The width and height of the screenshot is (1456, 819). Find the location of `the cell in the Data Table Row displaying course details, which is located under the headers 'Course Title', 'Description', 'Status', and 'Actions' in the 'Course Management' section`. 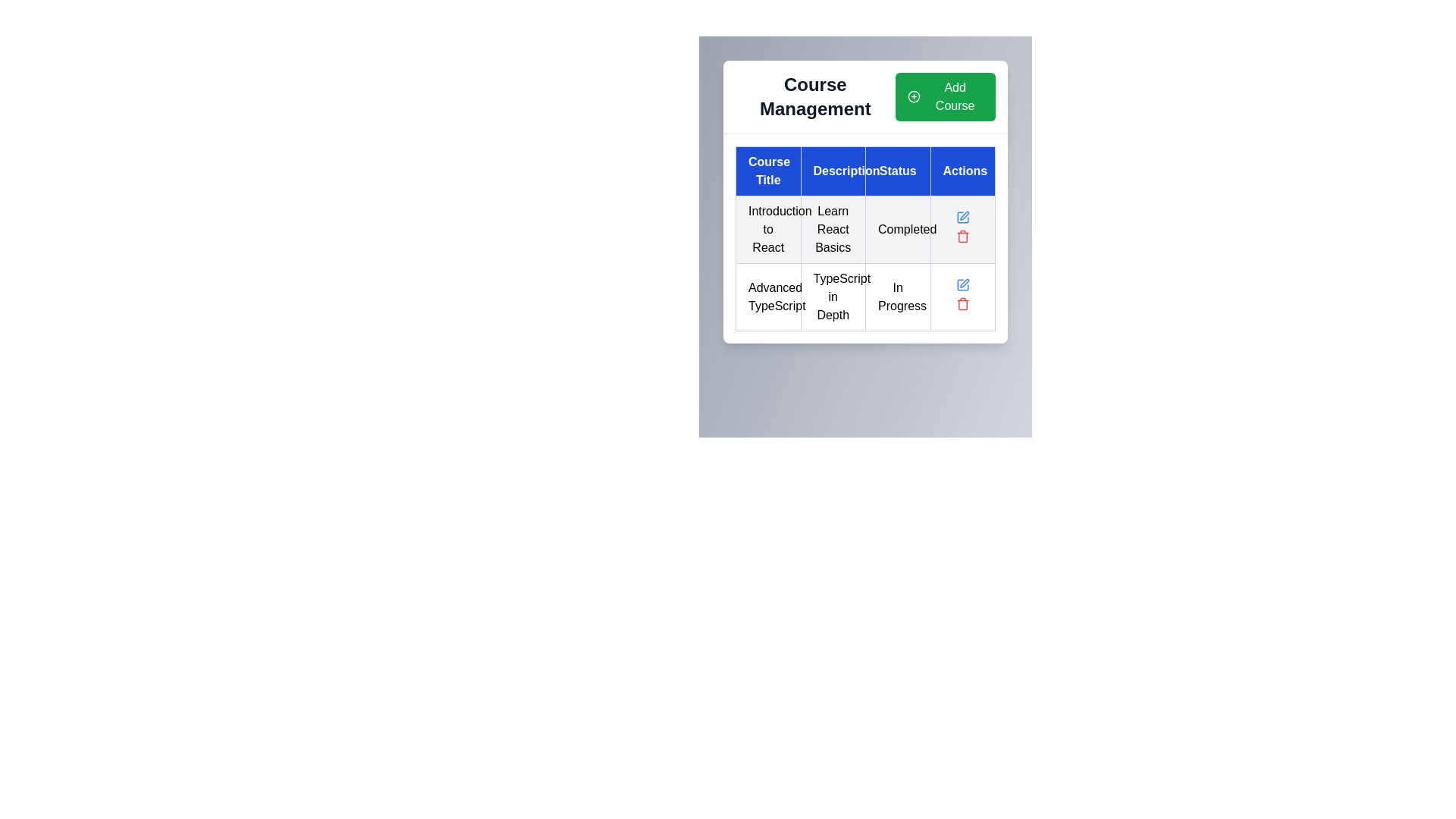

the cell in the Data Table Row displaying course details, which is located under the headers 'Course Title', 'Description', 'Status', and 'Actions' in the 'Course Management' section is located at coordinates (865, 262).